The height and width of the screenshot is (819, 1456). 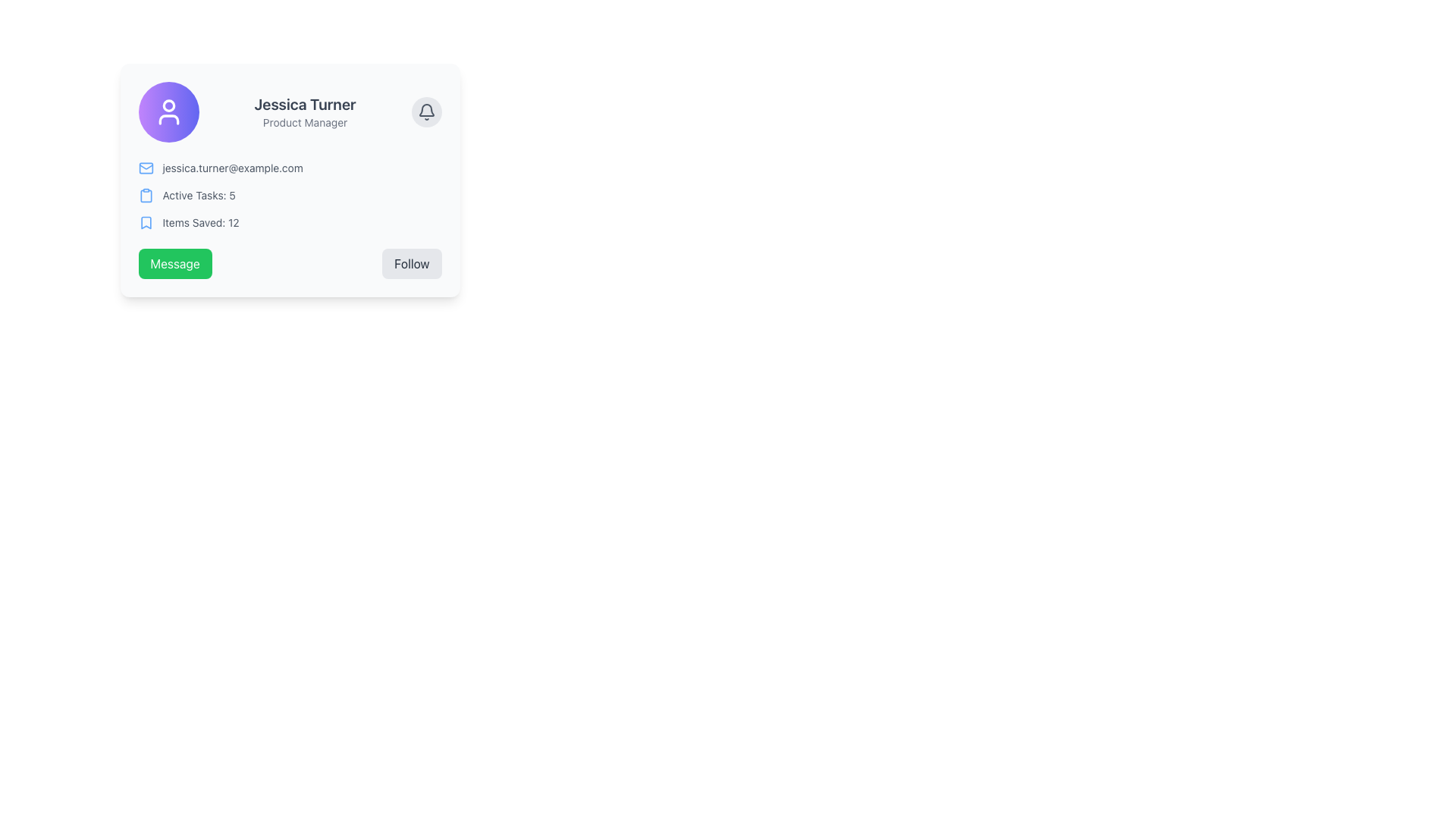 I want to click on the text label that displays the active task count, positioned centrally in the card layout, below the email address and above 'Items Saved: 12', so click(x=198, y=195).